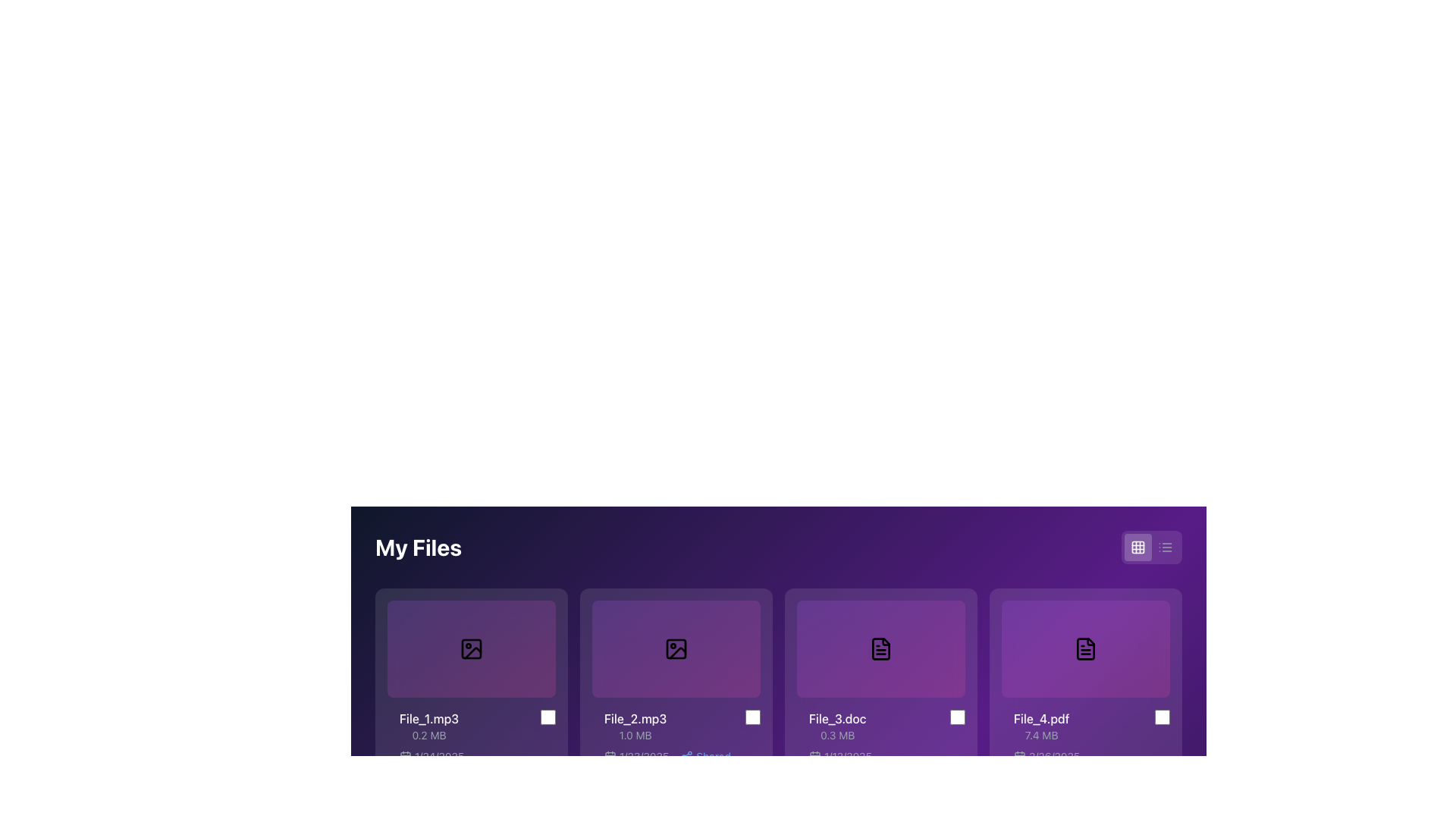  Describe the element at coordinates (635, 725) in the screenshot. I see `the text label displaying file information located below the generic file image in the 'My Files' section` at that location.